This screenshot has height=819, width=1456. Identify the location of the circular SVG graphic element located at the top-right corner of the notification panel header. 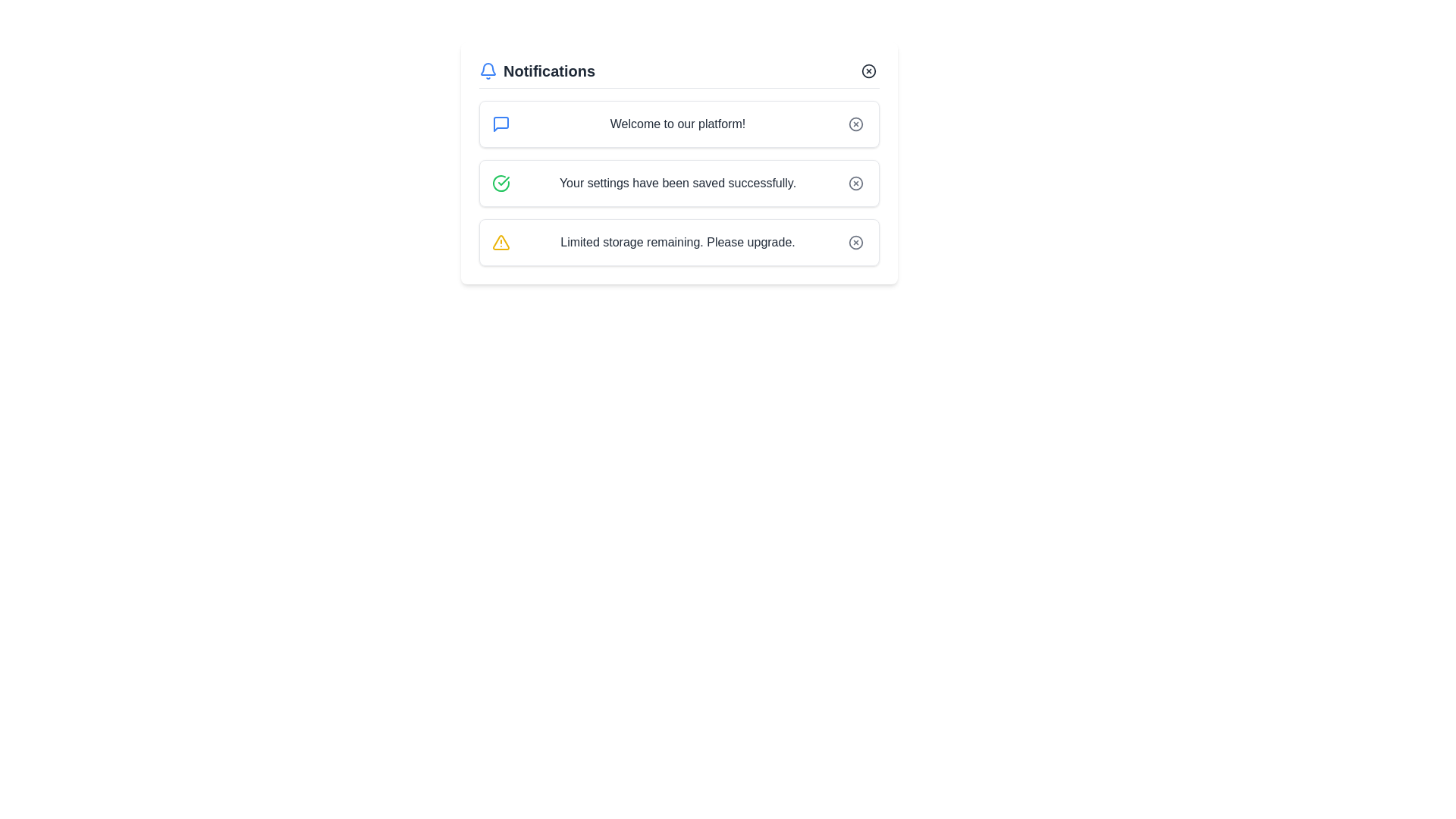
(869, 71).